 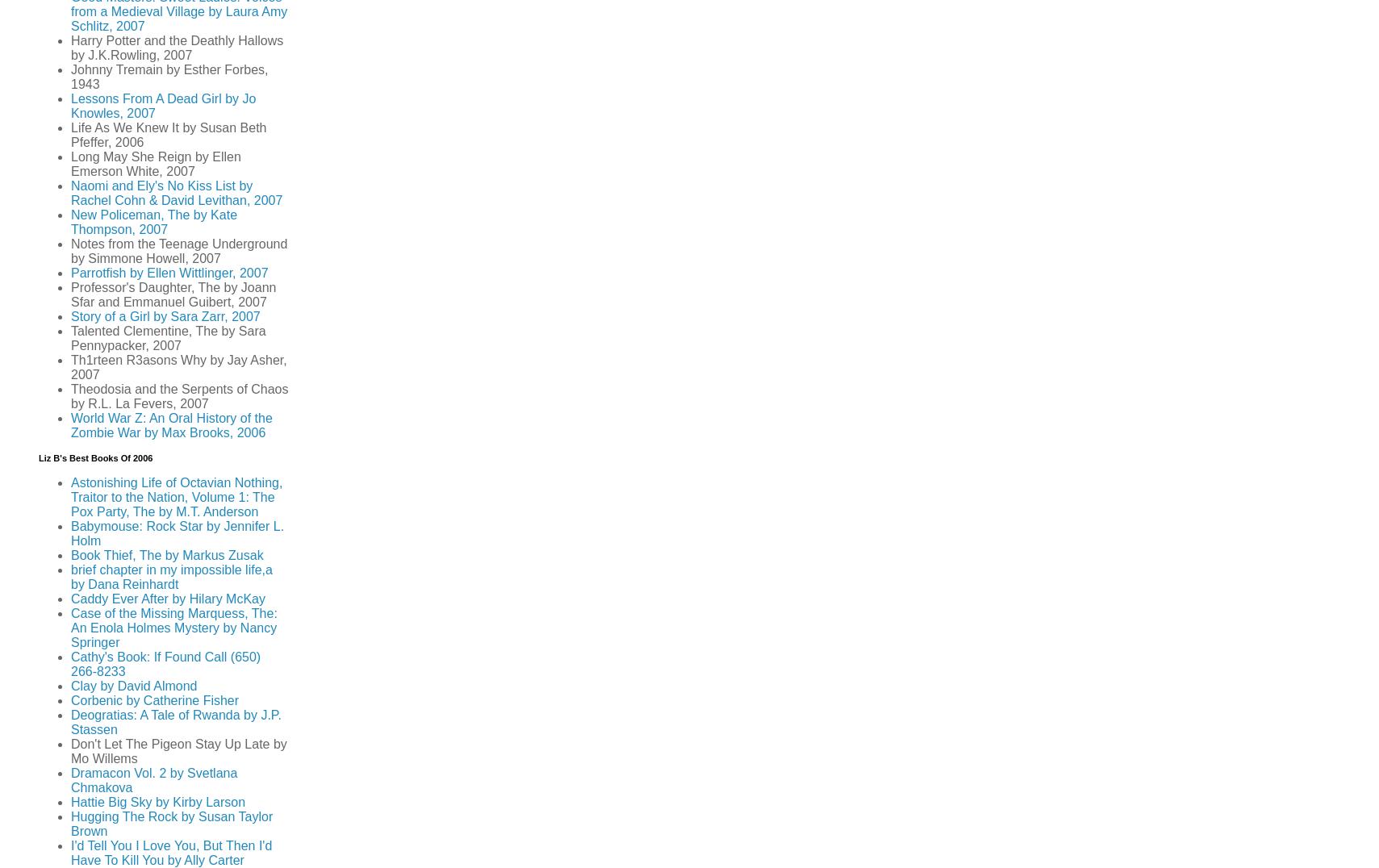 What do you see at coordinates (70, 193) in the screenshot?
I see `'Naomi and Ely's No Kiss List by Rachel Cohn & David Levithan, 2007'` at bounding box center [70, 193].